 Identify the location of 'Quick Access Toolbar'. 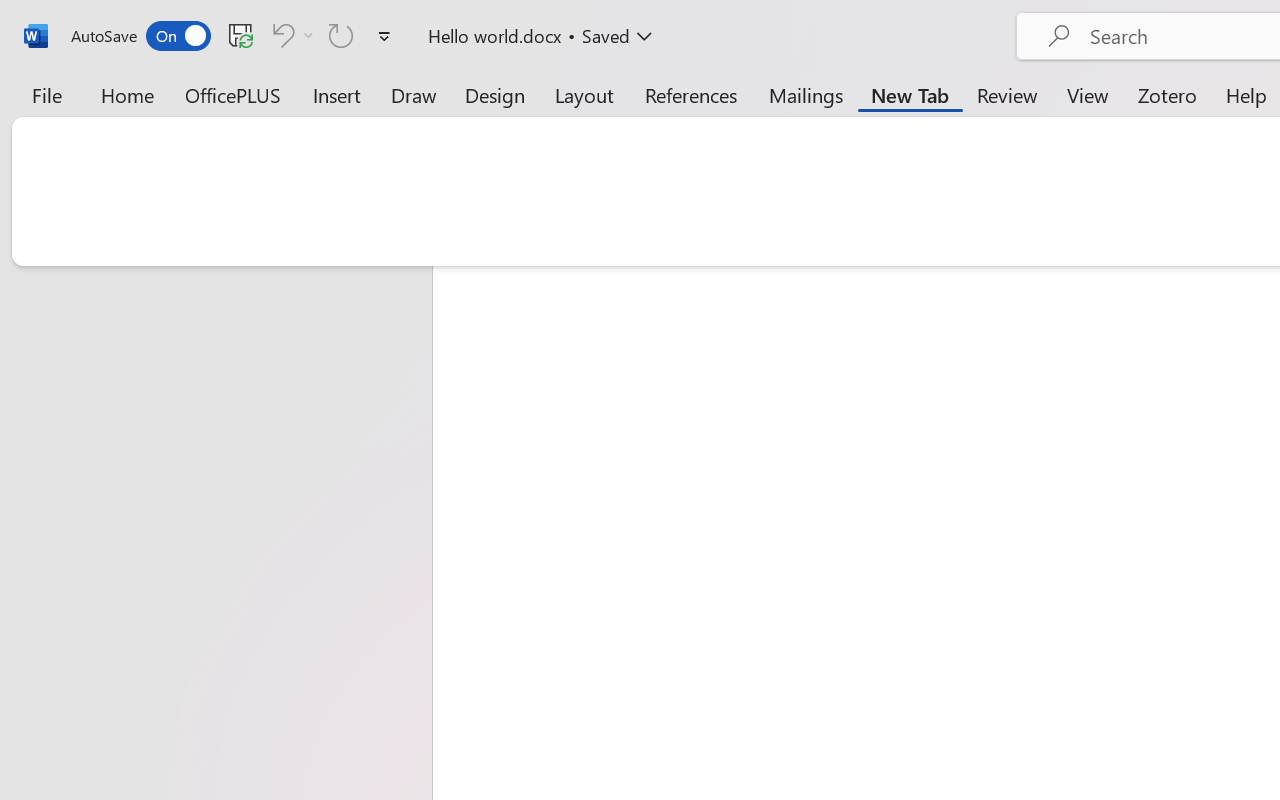
(234, 35).